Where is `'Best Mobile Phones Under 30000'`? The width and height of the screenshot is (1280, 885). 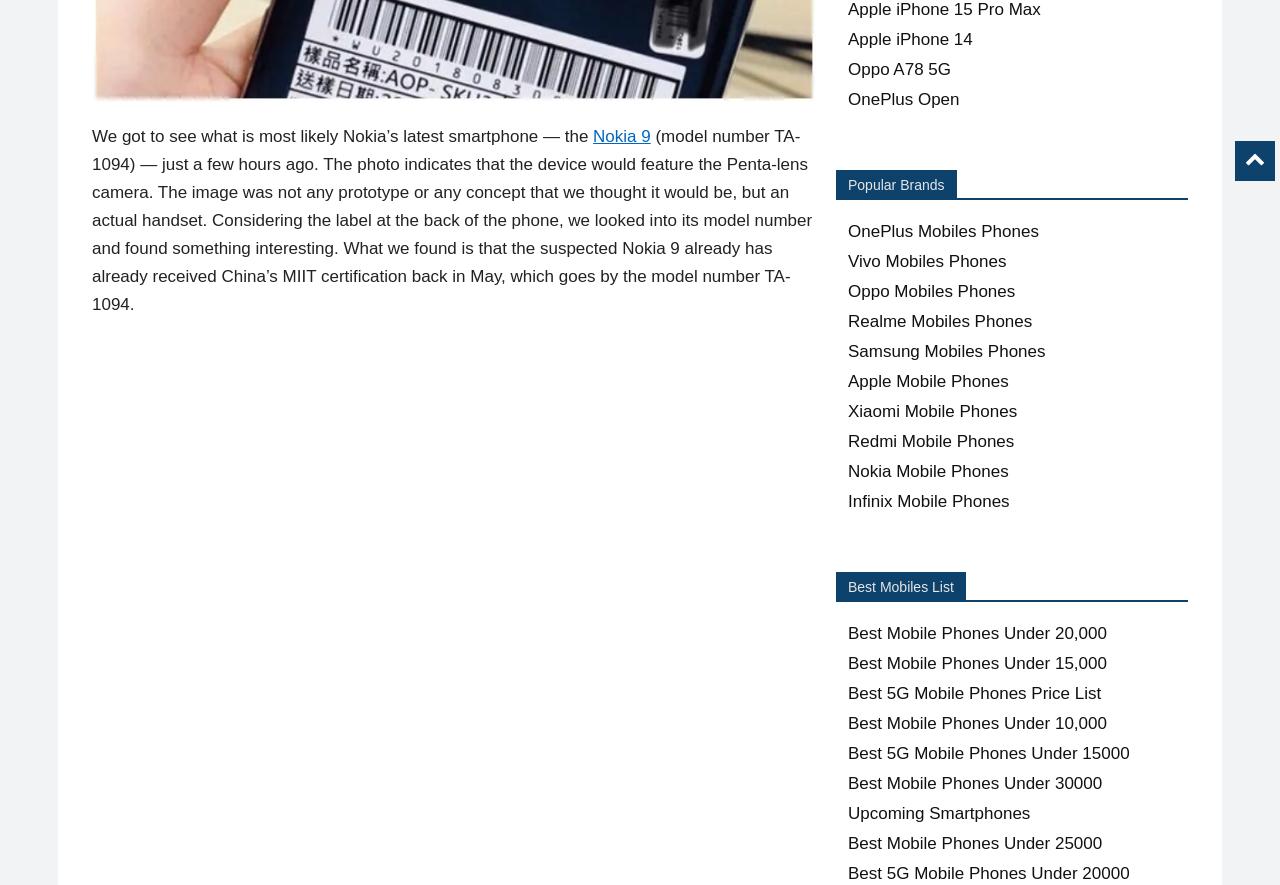 'Best Mobile Phones Under 30000' is located at coordinates (974, 782).